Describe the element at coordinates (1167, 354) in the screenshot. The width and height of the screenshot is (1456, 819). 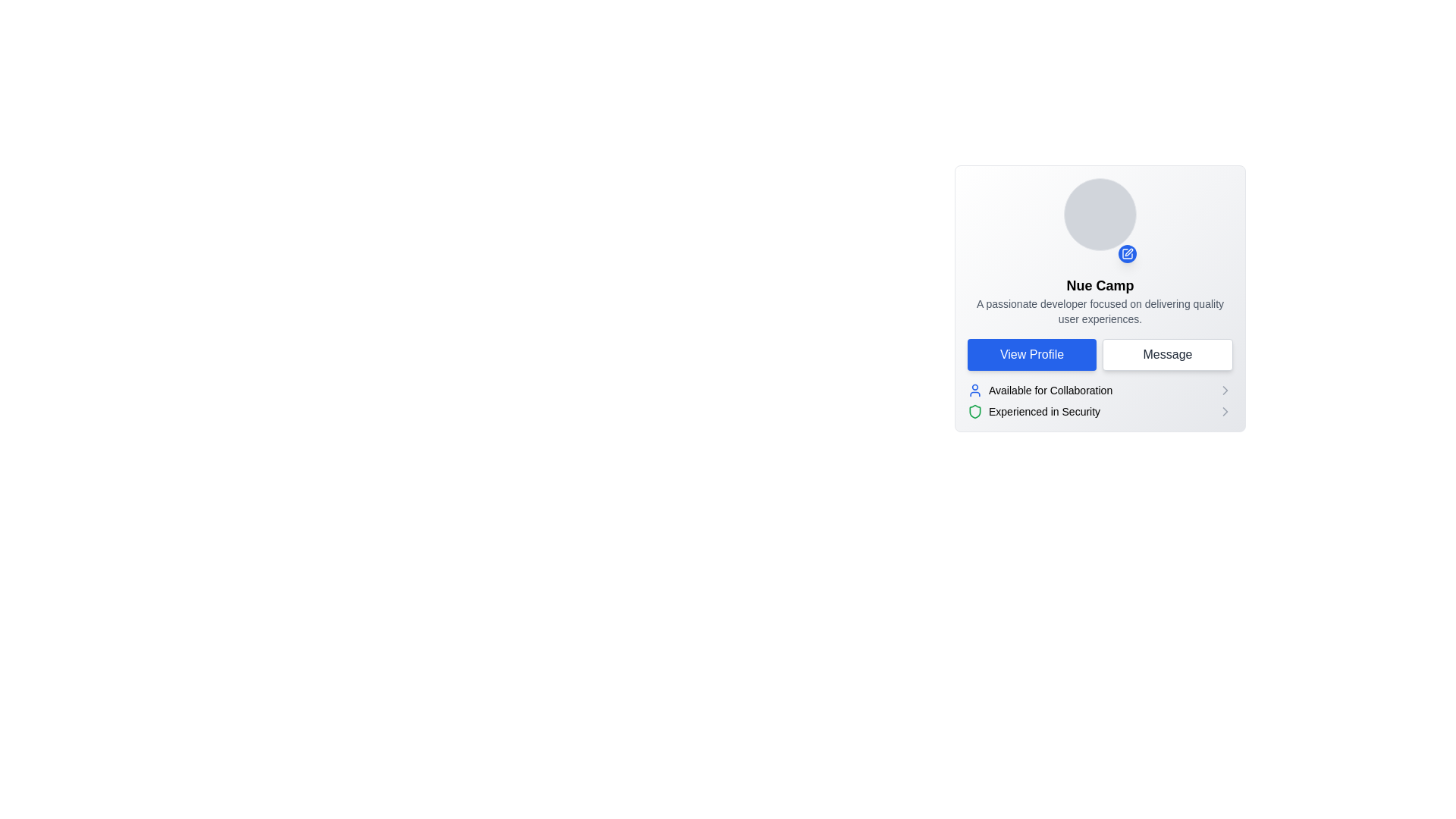
I see `the button that allows the user to send a message, which is the second button in a horizontal pair located below the profile information section` at that location.